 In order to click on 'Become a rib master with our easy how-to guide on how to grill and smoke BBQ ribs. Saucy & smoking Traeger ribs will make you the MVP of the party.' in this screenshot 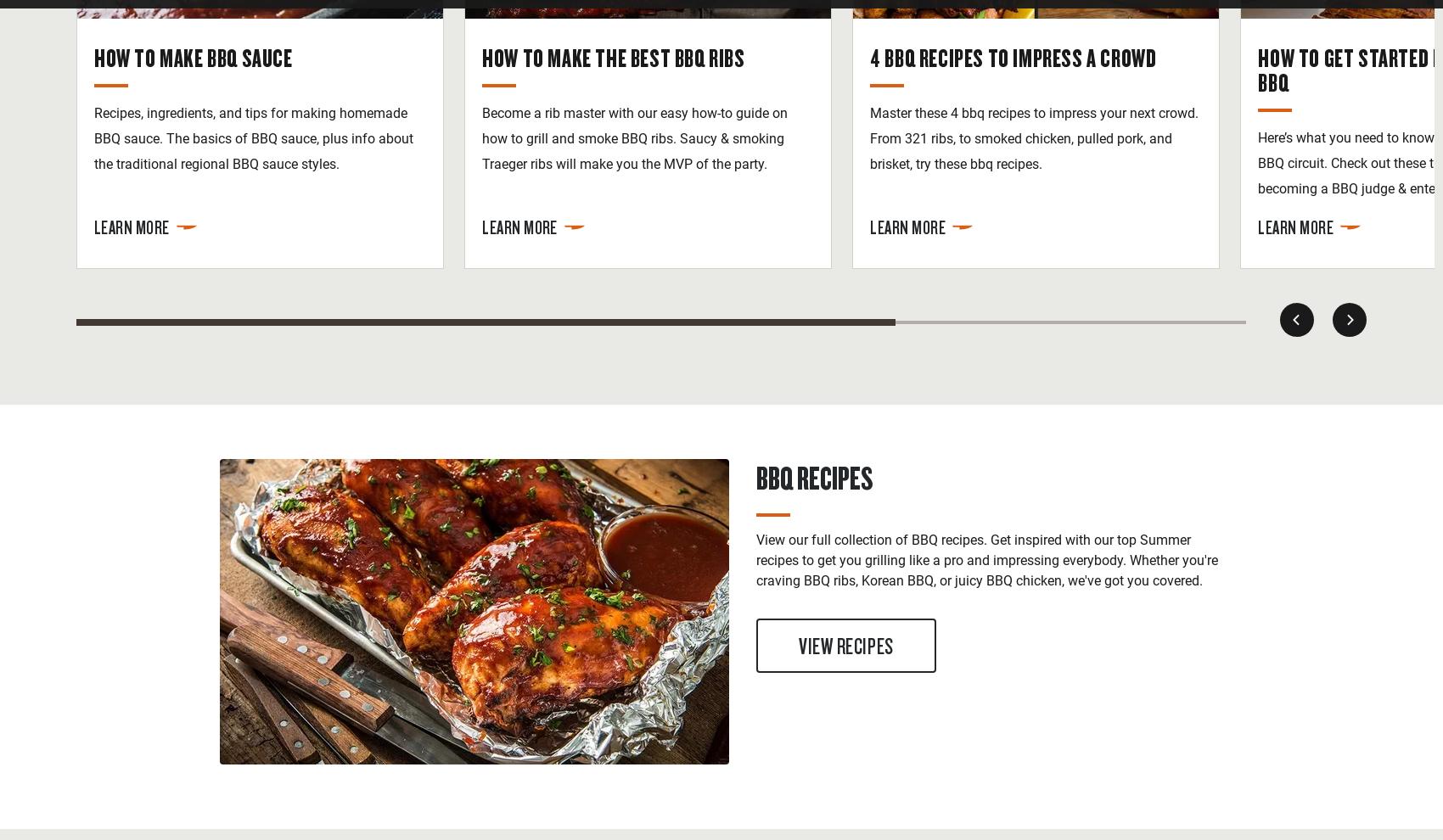, I will do `click(634, 137)`.